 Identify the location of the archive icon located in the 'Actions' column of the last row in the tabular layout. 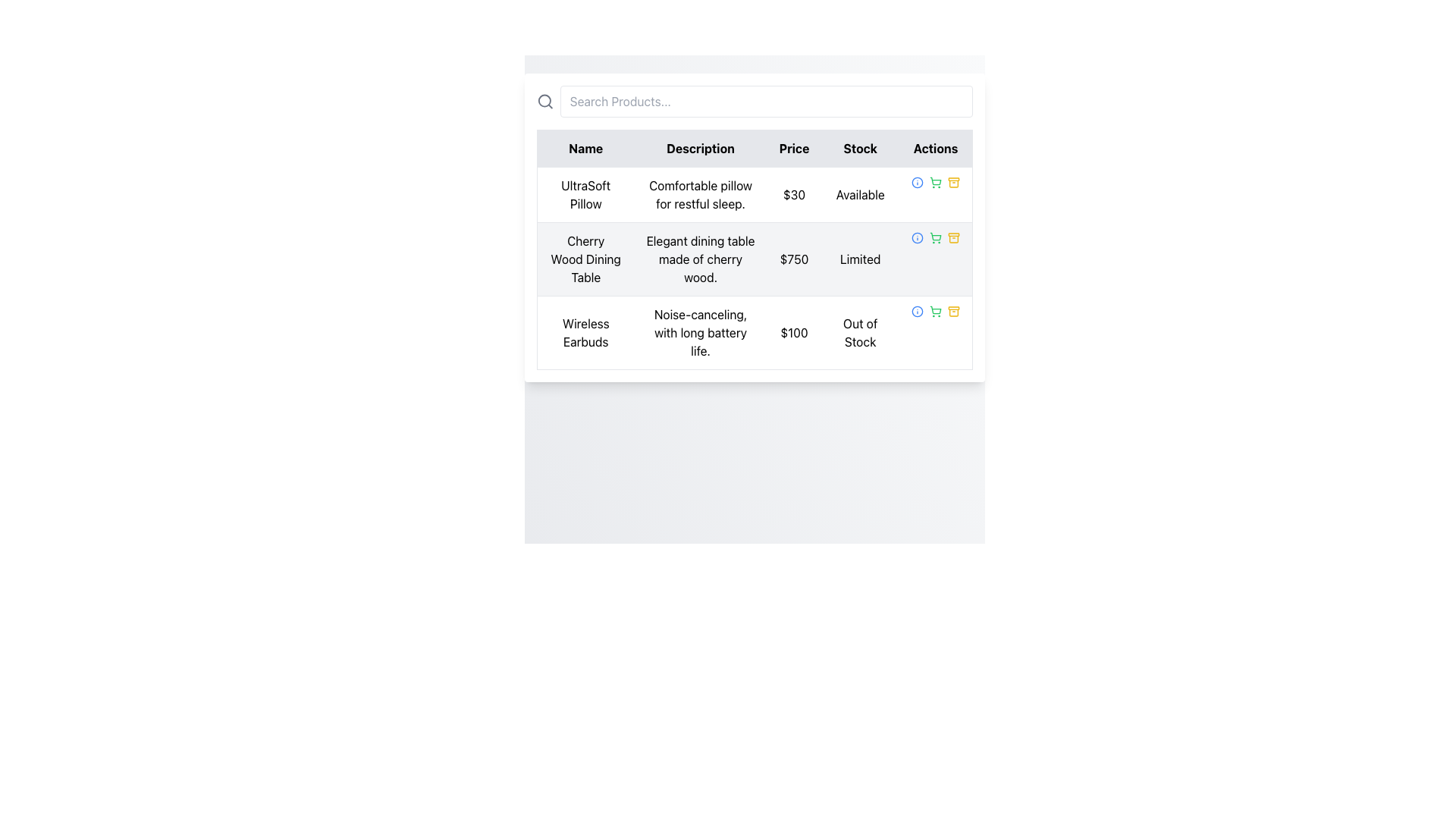
(952, 312).